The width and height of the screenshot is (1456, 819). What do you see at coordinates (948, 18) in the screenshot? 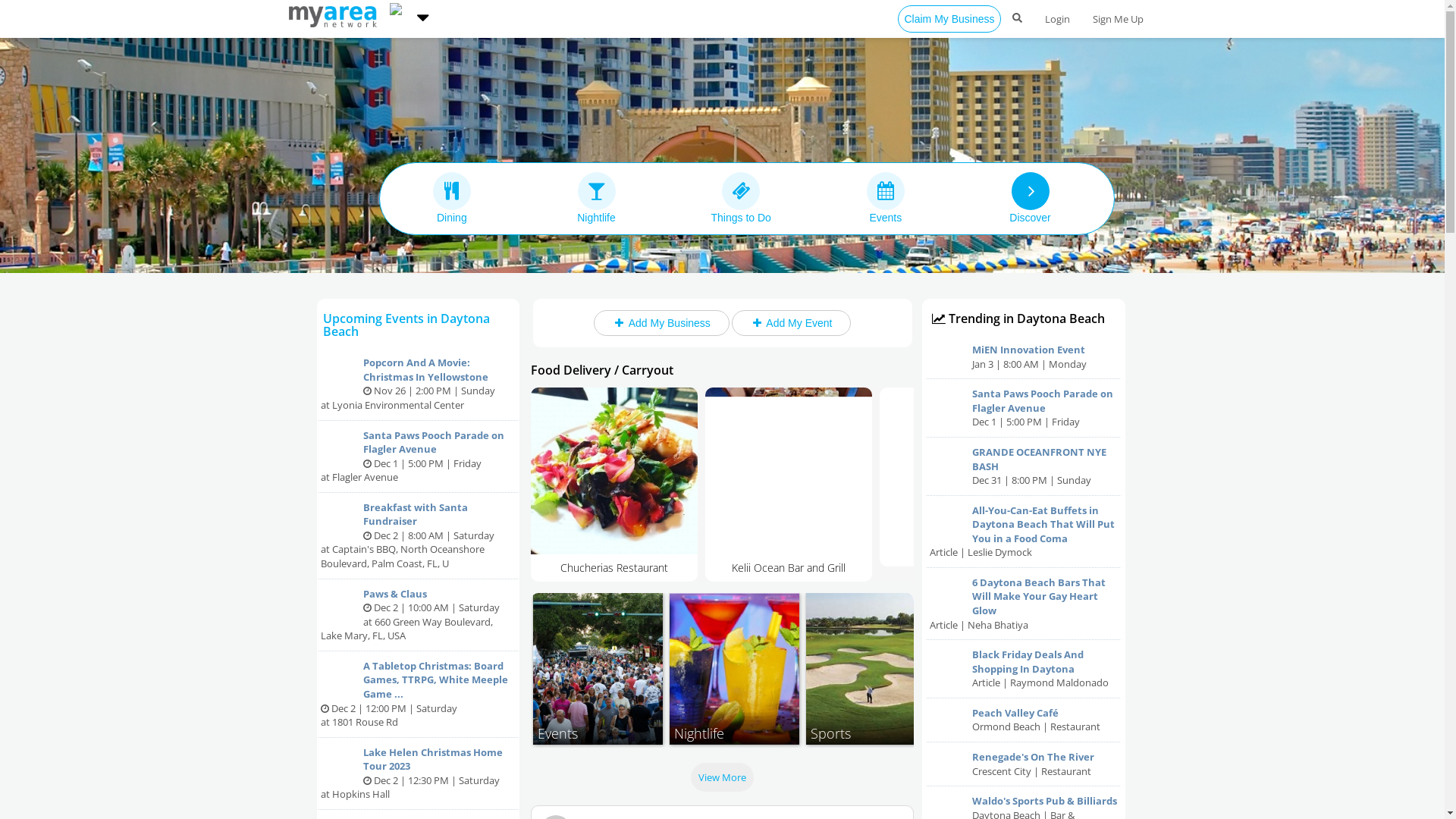
I see `'Claim My Business'` at bounding box center [948, 18].